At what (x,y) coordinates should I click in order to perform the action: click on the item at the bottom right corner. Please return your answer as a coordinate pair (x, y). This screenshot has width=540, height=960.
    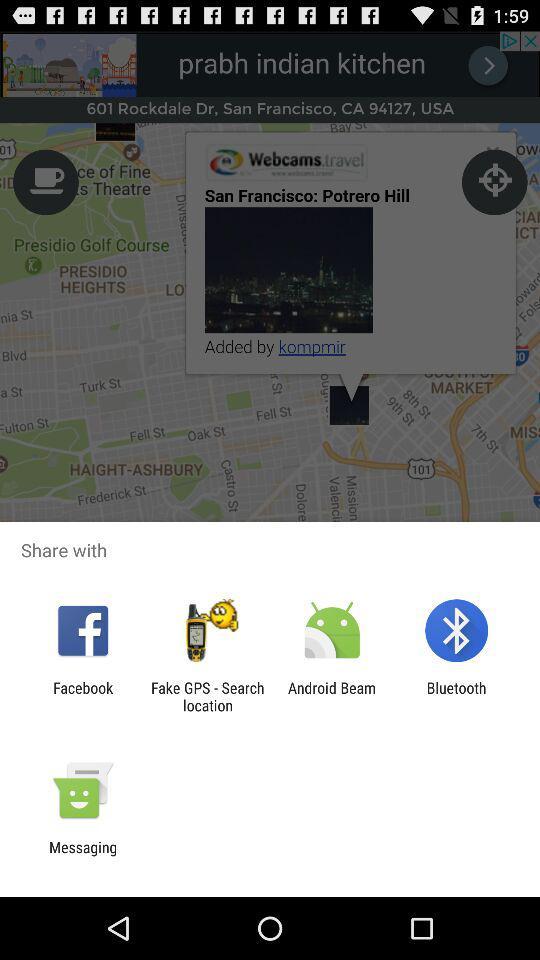
    Looking at the image, I should click on (456, 696).